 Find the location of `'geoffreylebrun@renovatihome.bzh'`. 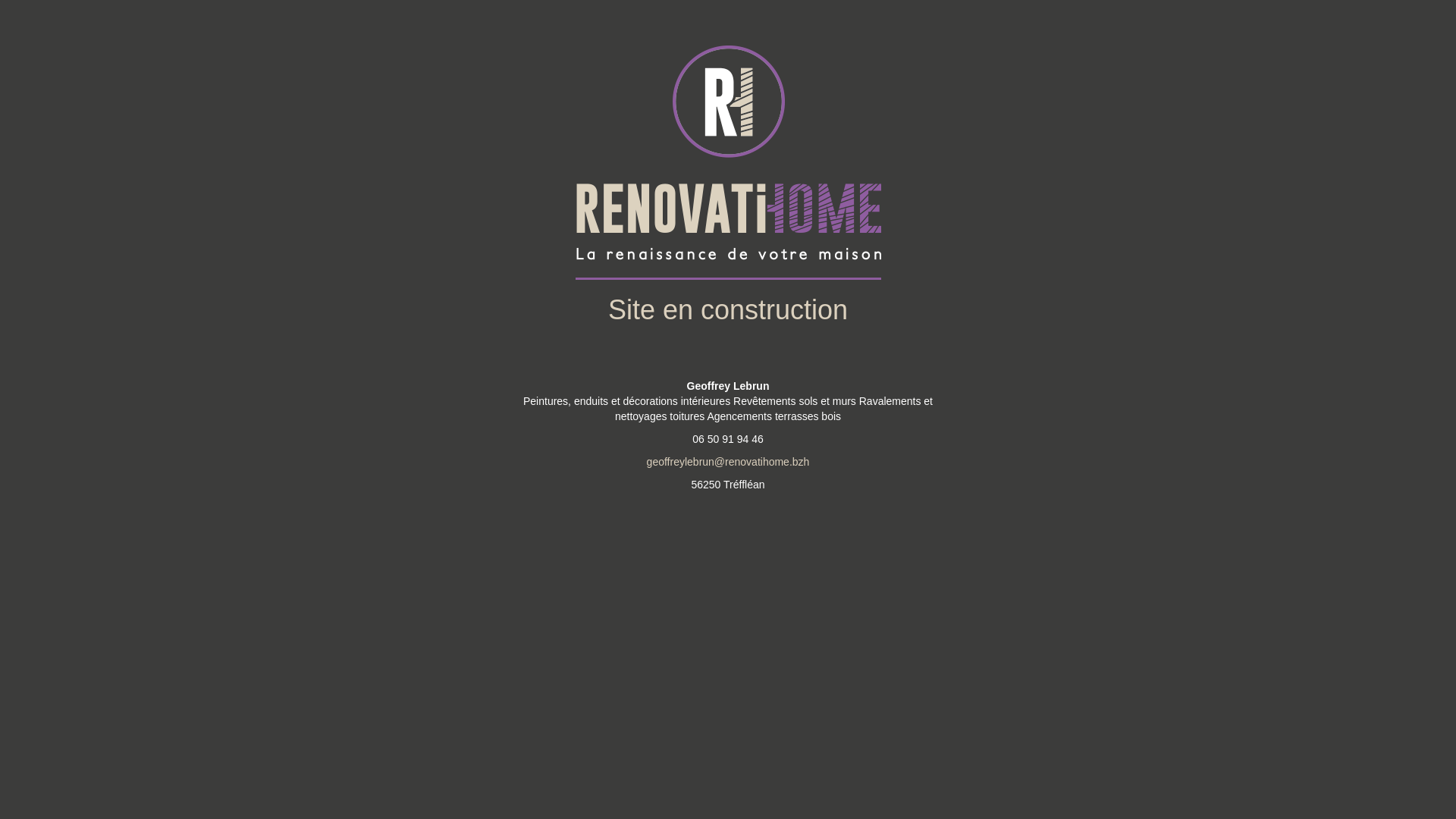

'geoffreylebrun@renovatihome.bzh' is located at coordinates (728, 461).